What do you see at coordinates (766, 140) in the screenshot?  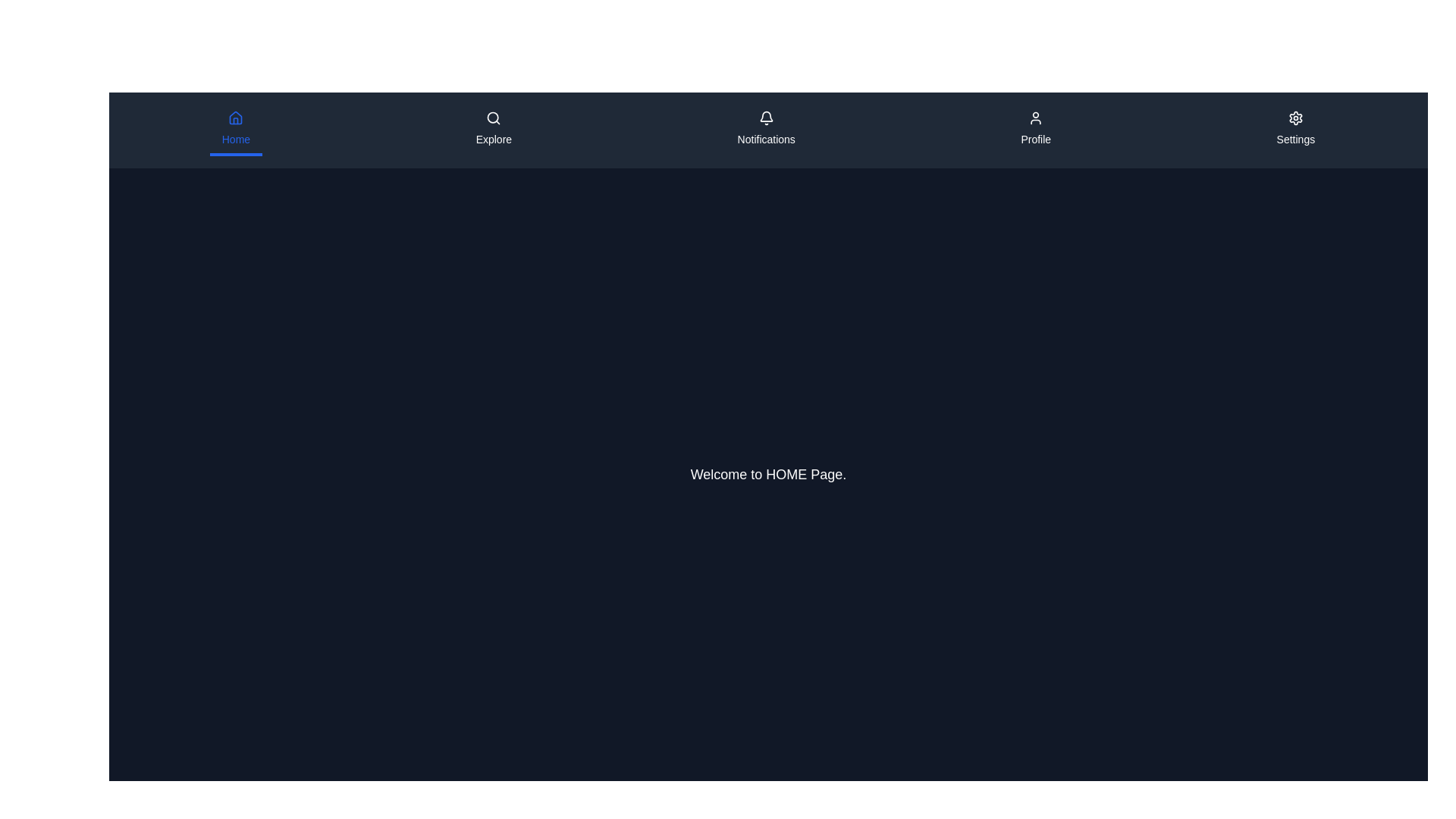 I see `the text label displaying 'Notifications', which is part of the navigation menu located beneath the bell icon` at bounding box center [766, 140].